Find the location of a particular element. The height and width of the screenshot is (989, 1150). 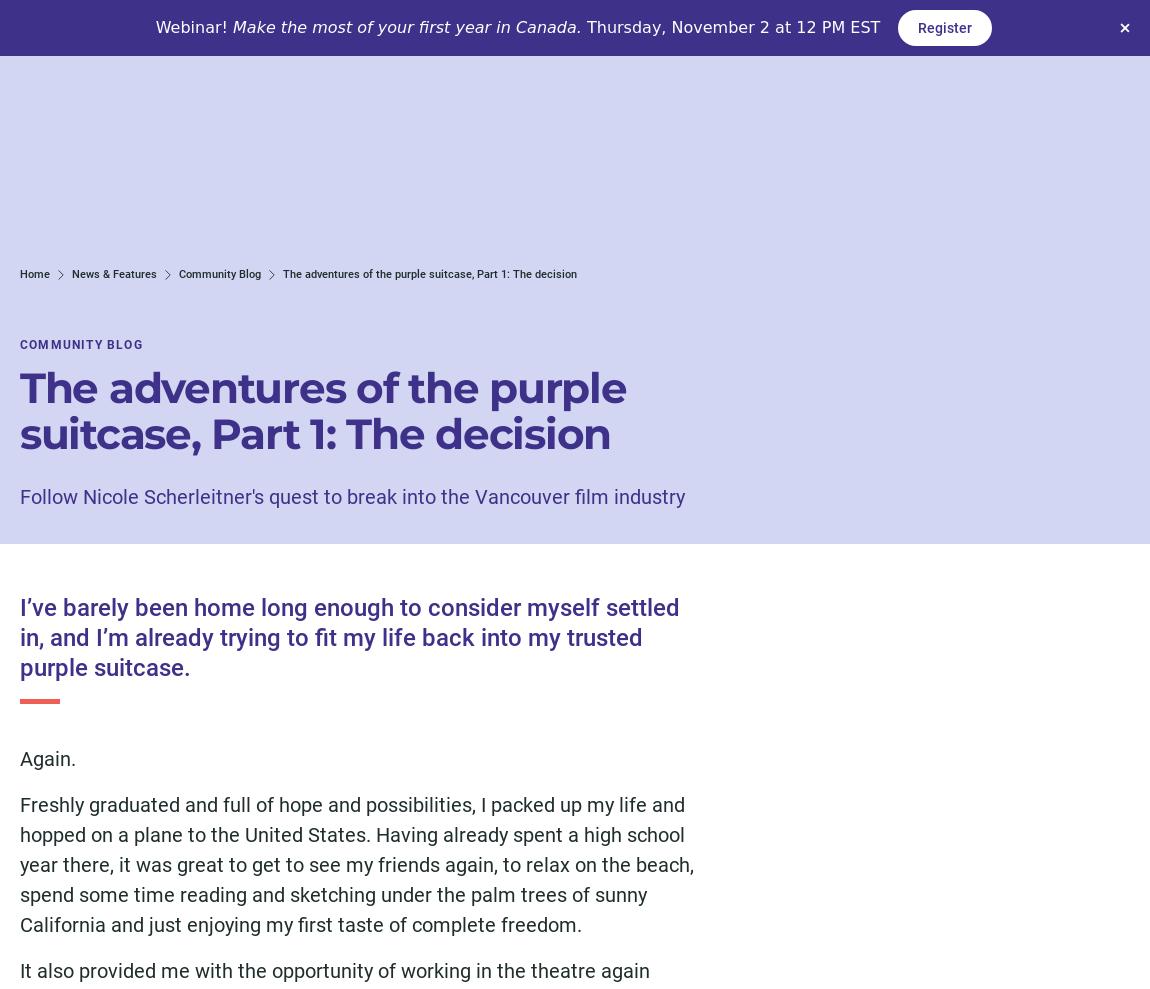

'It never gets easier leaving them, even knowing it’s temporary. A whole year of moments, celebrations that I wont be part of. But at the same time, it’s a full year of me working to make my dreams come true, to meet new people that will hopefully become friends and family, and enjoy experiences I would never be able to enjoy otherwise.' is located at coordinates (356, 174).